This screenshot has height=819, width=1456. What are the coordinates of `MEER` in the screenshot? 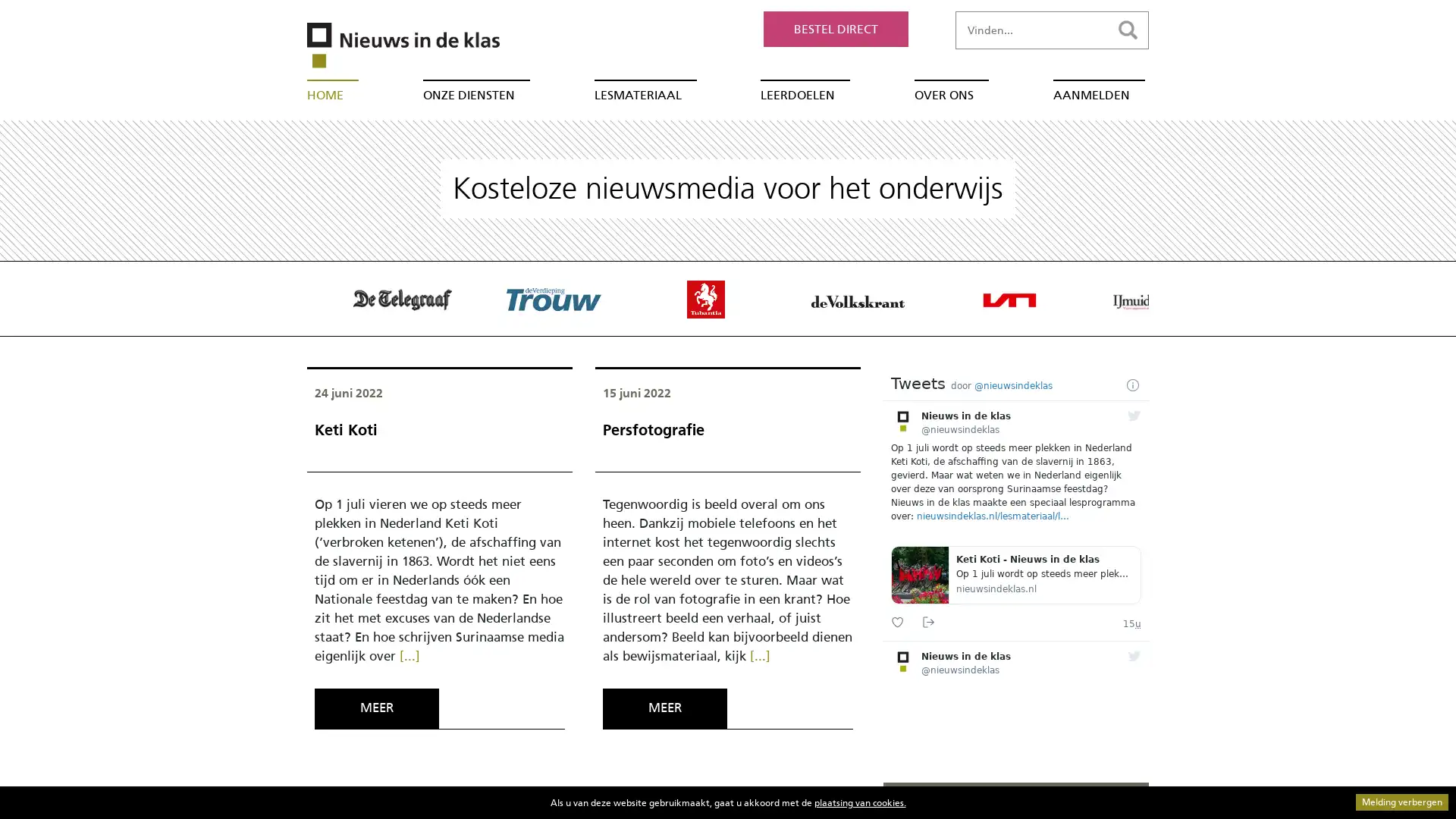 It's located at (664, 708).